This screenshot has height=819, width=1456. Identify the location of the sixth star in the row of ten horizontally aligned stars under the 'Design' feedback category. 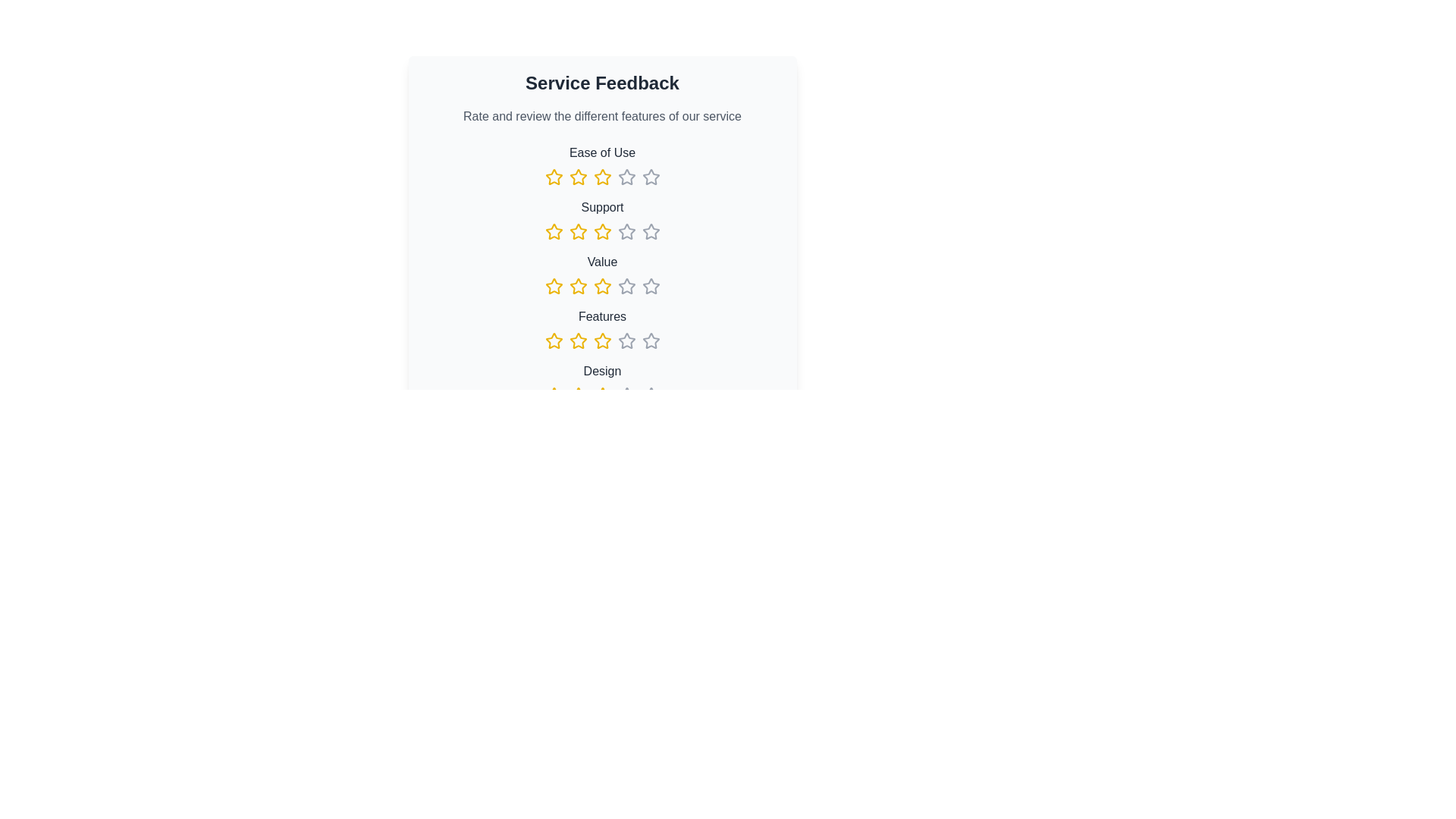
(626, 394).